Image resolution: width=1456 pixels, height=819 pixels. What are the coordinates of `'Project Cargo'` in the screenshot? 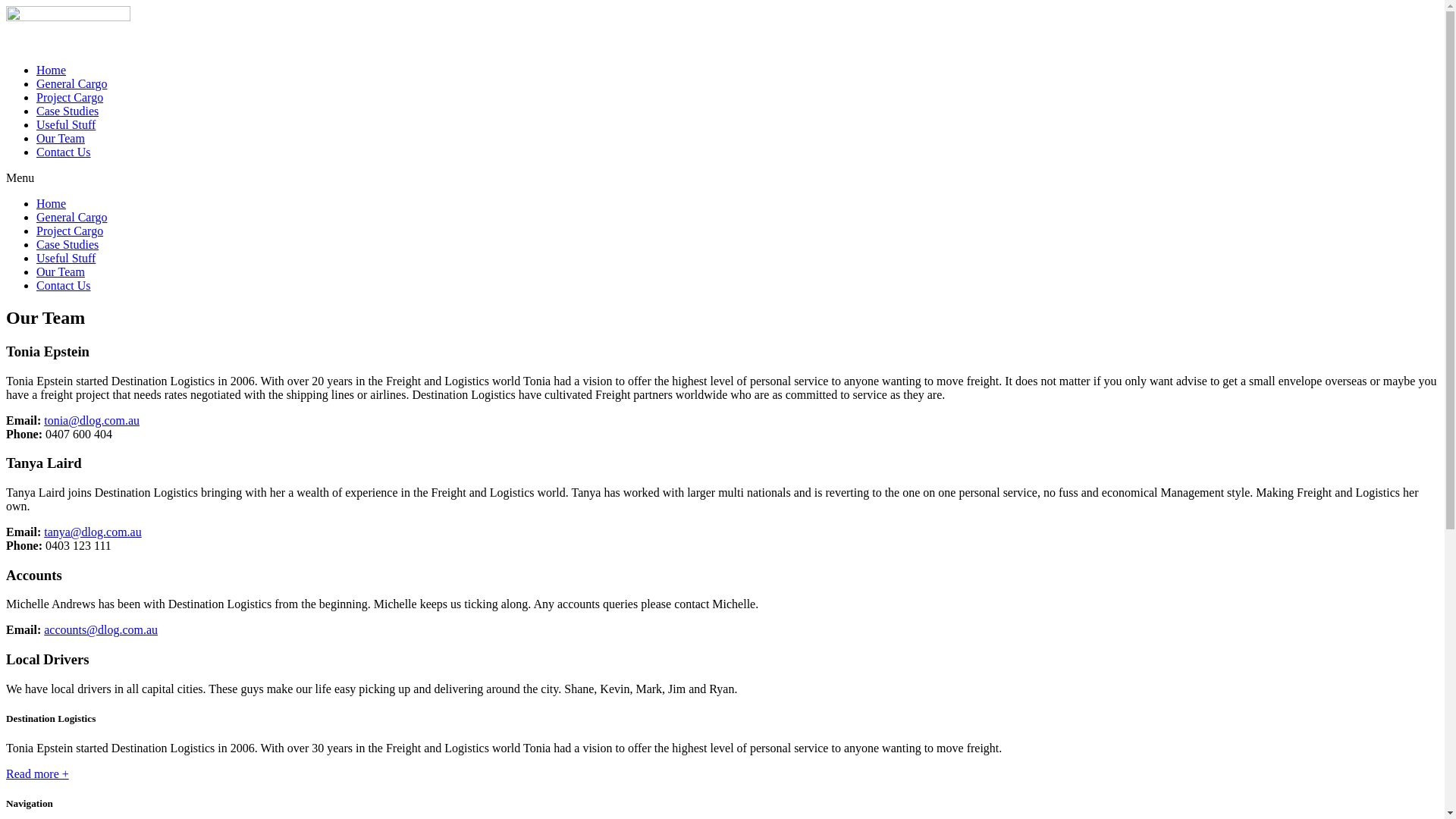 It's located at (68, 231).